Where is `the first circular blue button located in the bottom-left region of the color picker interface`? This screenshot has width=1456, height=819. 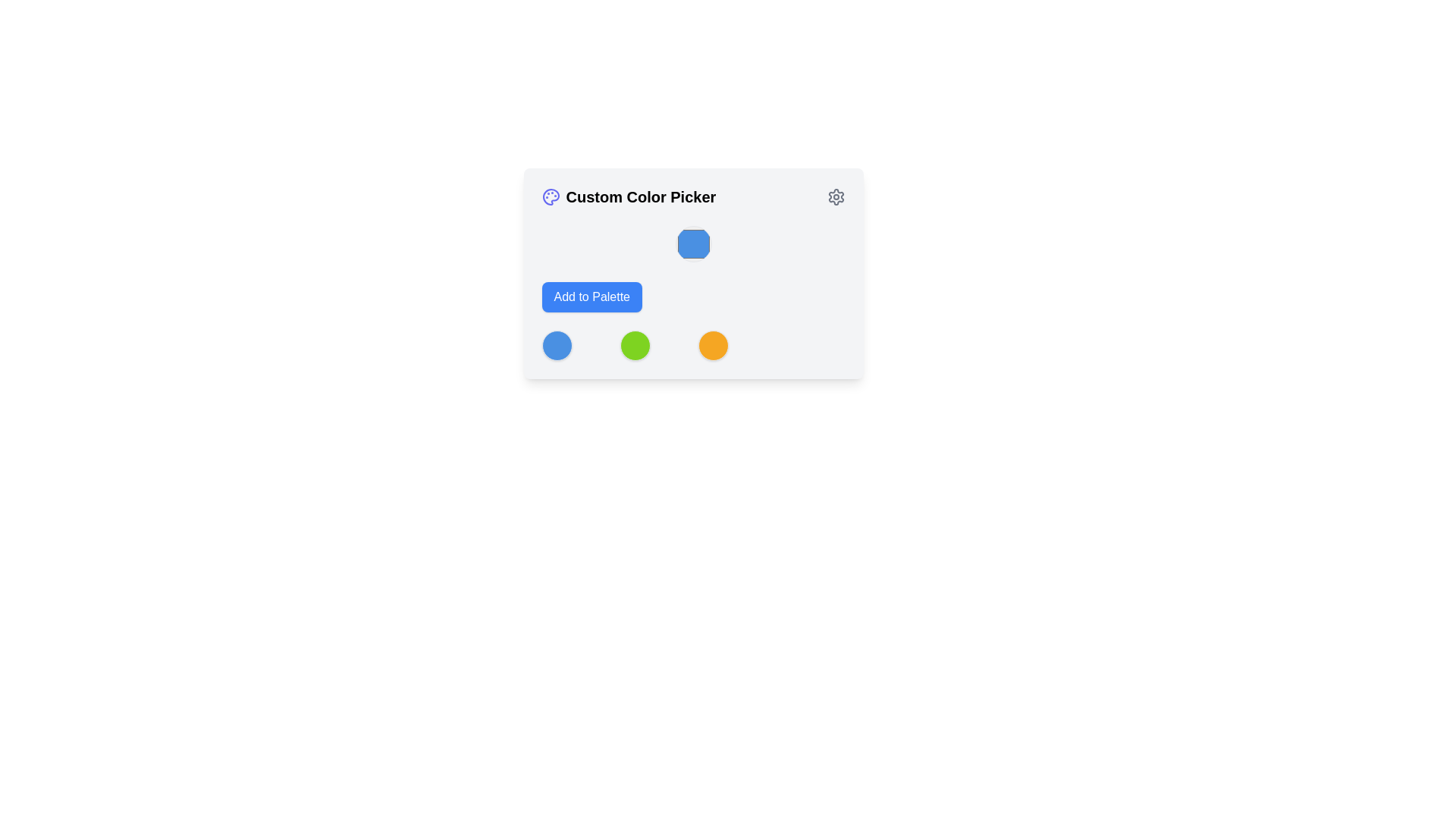 the first circular blue button located in the bottom-left region of the color picker interface is located at coordinates (556, 345).